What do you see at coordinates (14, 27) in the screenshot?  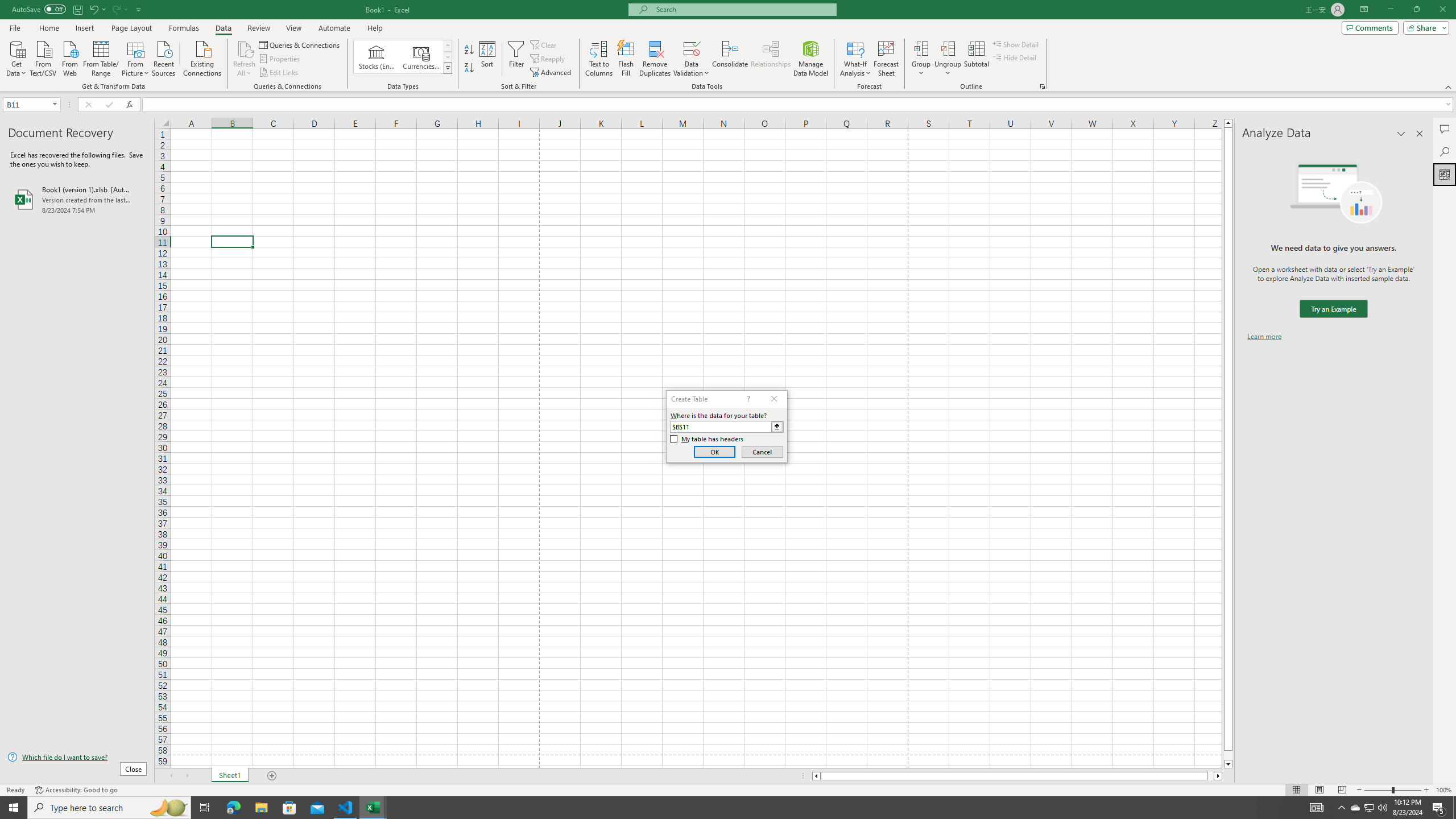 I see `'File Tab'` at bounding box center [14, 27].